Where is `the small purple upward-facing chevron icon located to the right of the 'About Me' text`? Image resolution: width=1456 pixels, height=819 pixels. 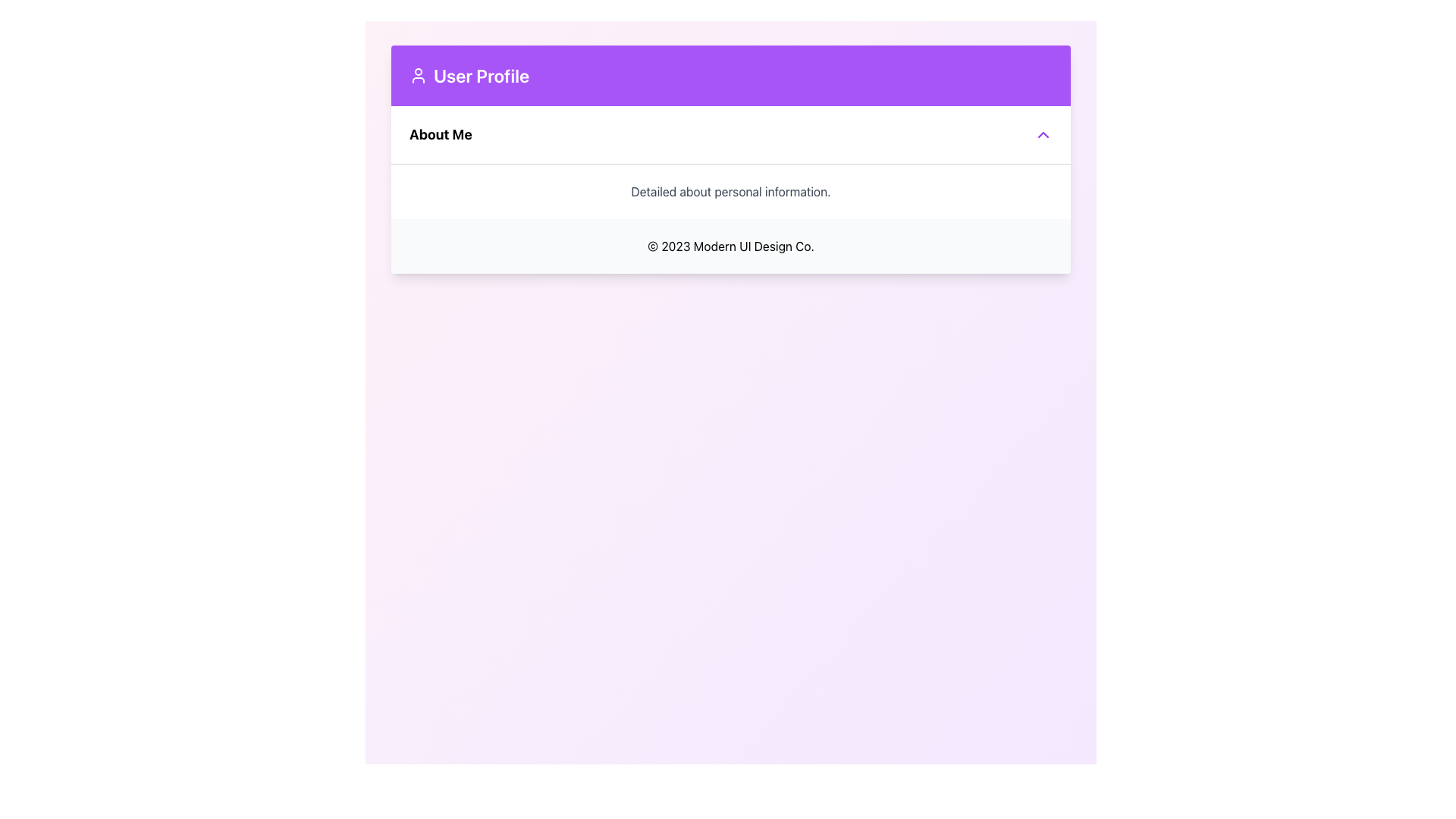 the small purple upward-facing chevron icon located to the right of the 'About Me' text is located at coordinates (1043, 133).